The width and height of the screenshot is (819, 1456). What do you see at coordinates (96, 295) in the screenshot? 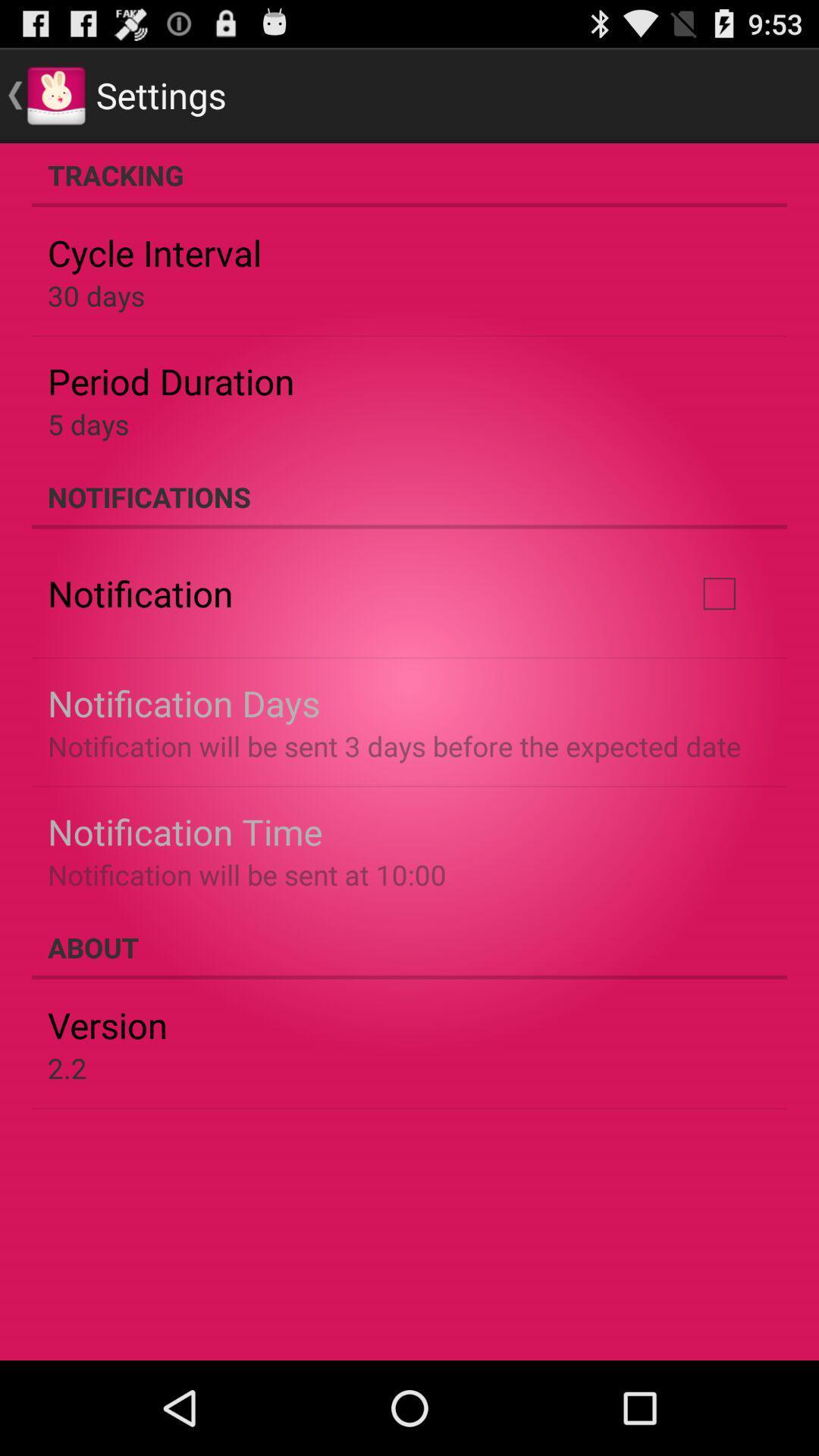
I see `30 days app` at bounding box center [96, 295].